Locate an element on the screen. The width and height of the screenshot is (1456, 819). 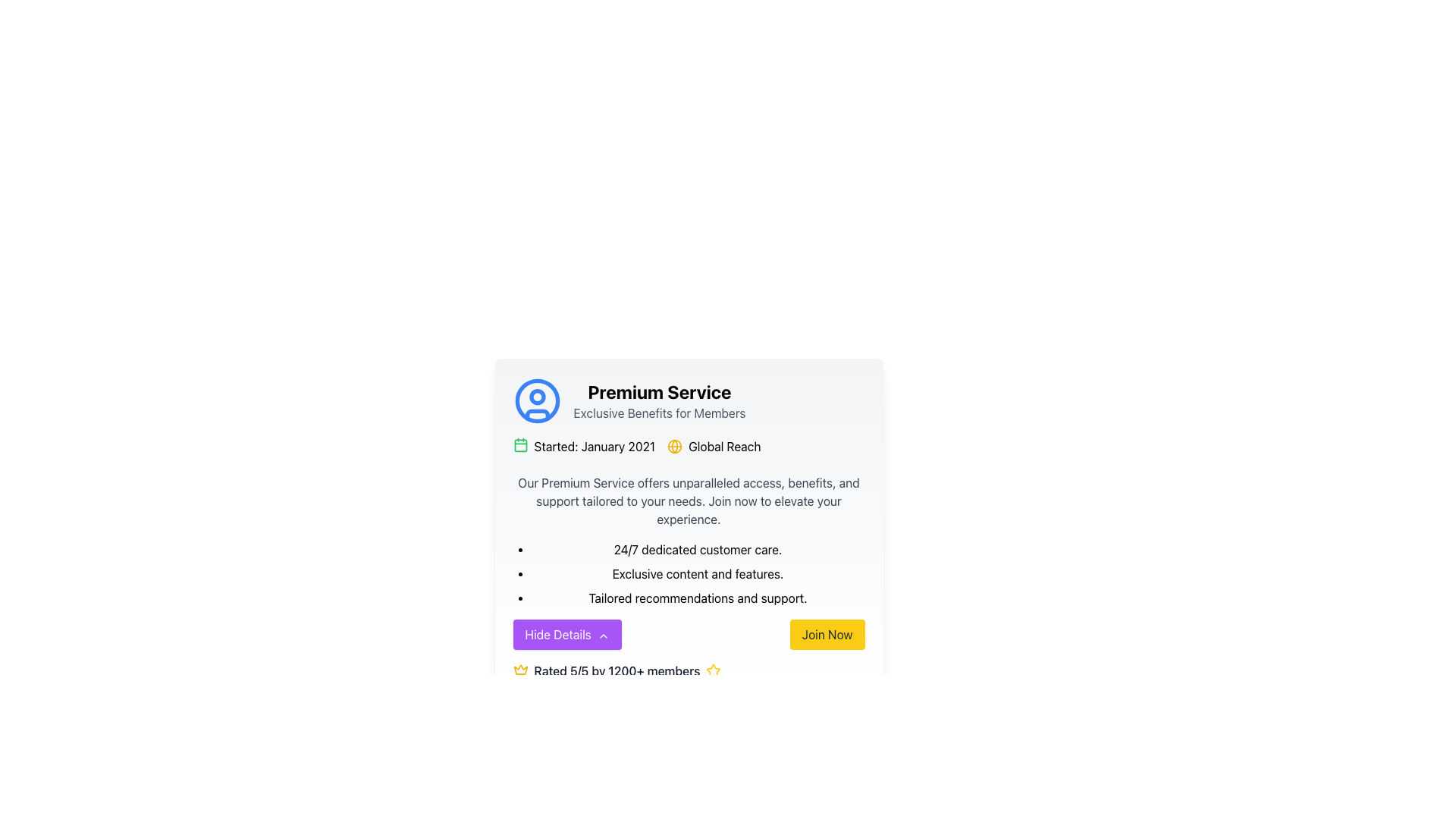
the vertically-listed group of three bullet points that describe the features of the Premium Service benefits, situated below the service overview paragraph and above the 'Hide Details' and 'Join Now' buttons is located at coordinates (697, 573).